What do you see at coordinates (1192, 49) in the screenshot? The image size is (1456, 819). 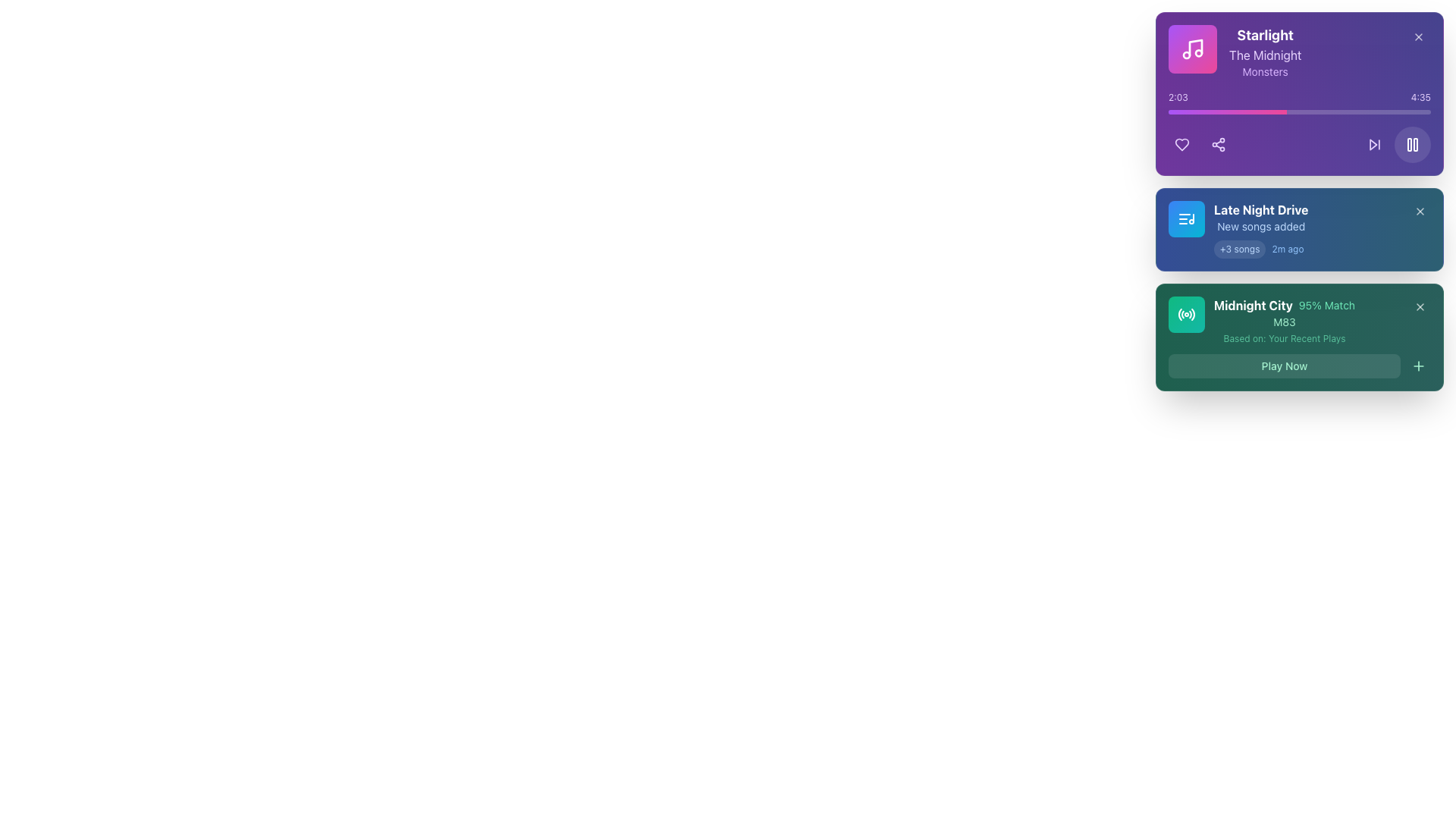 I see `the music icon featuring a white musical note on a vibrant purple-to-pink gradient background, located at the top-left corner of the first card in a vertical stack` at bounding box center [1192, 49].